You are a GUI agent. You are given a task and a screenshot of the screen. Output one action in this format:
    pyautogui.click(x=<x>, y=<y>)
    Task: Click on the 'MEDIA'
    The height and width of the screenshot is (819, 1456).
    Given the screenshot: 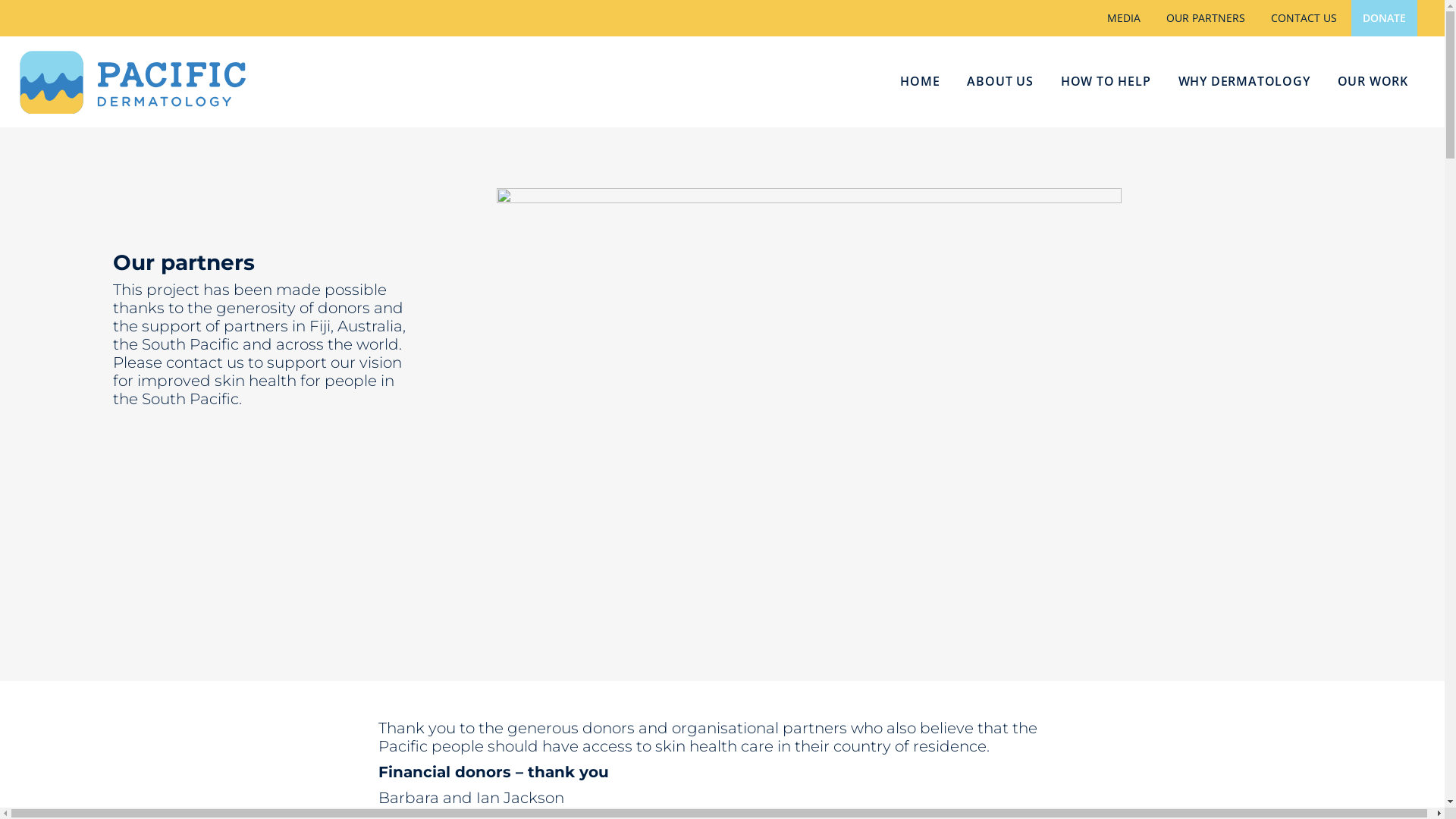 What is the action you would take?
    pyautogui.click(x=1124, y=17)
    